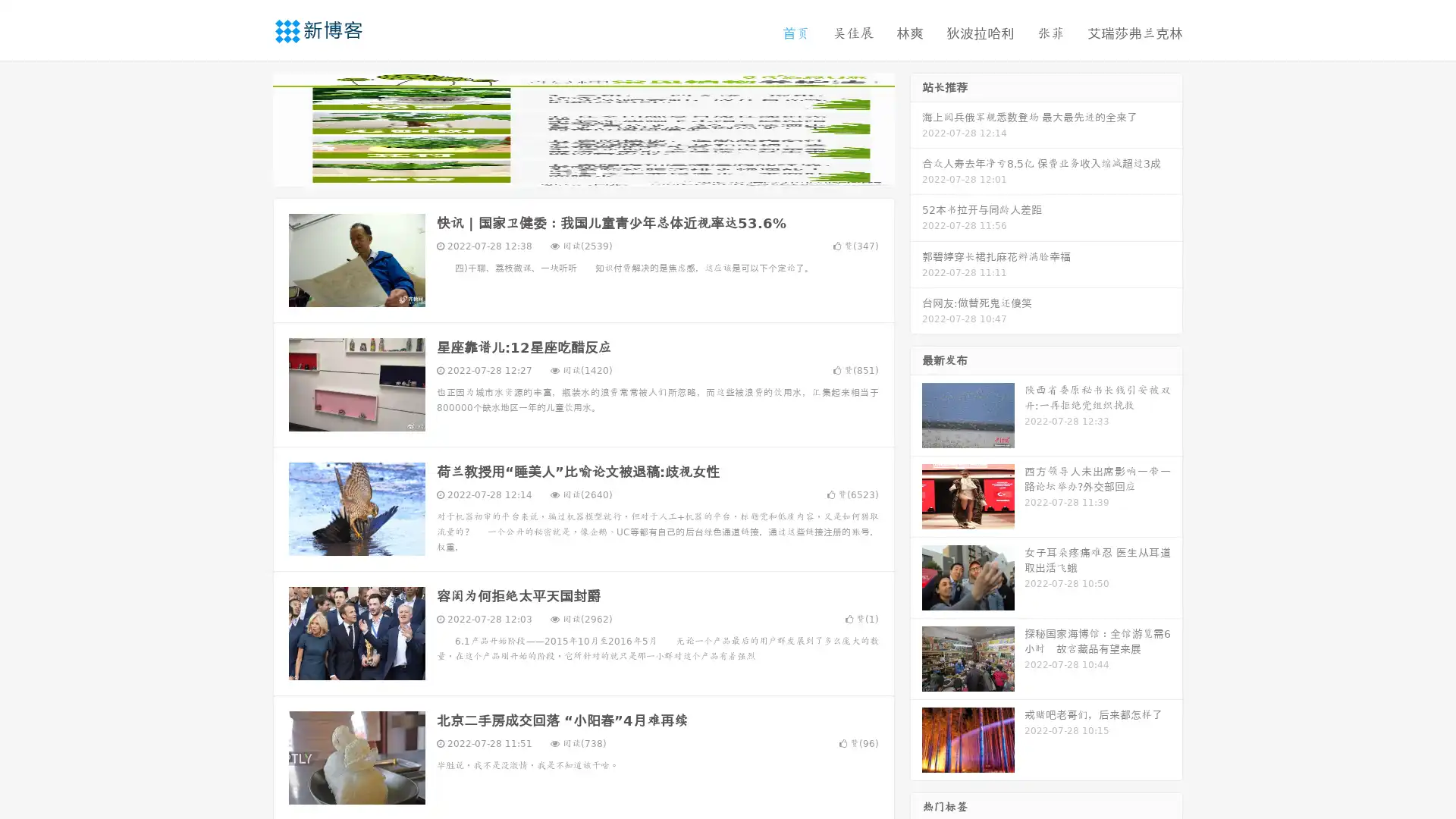  What do you see at coordinates (250, 127) in the screenshot?
I see `Previous slide` at bounding box center [250, 127].